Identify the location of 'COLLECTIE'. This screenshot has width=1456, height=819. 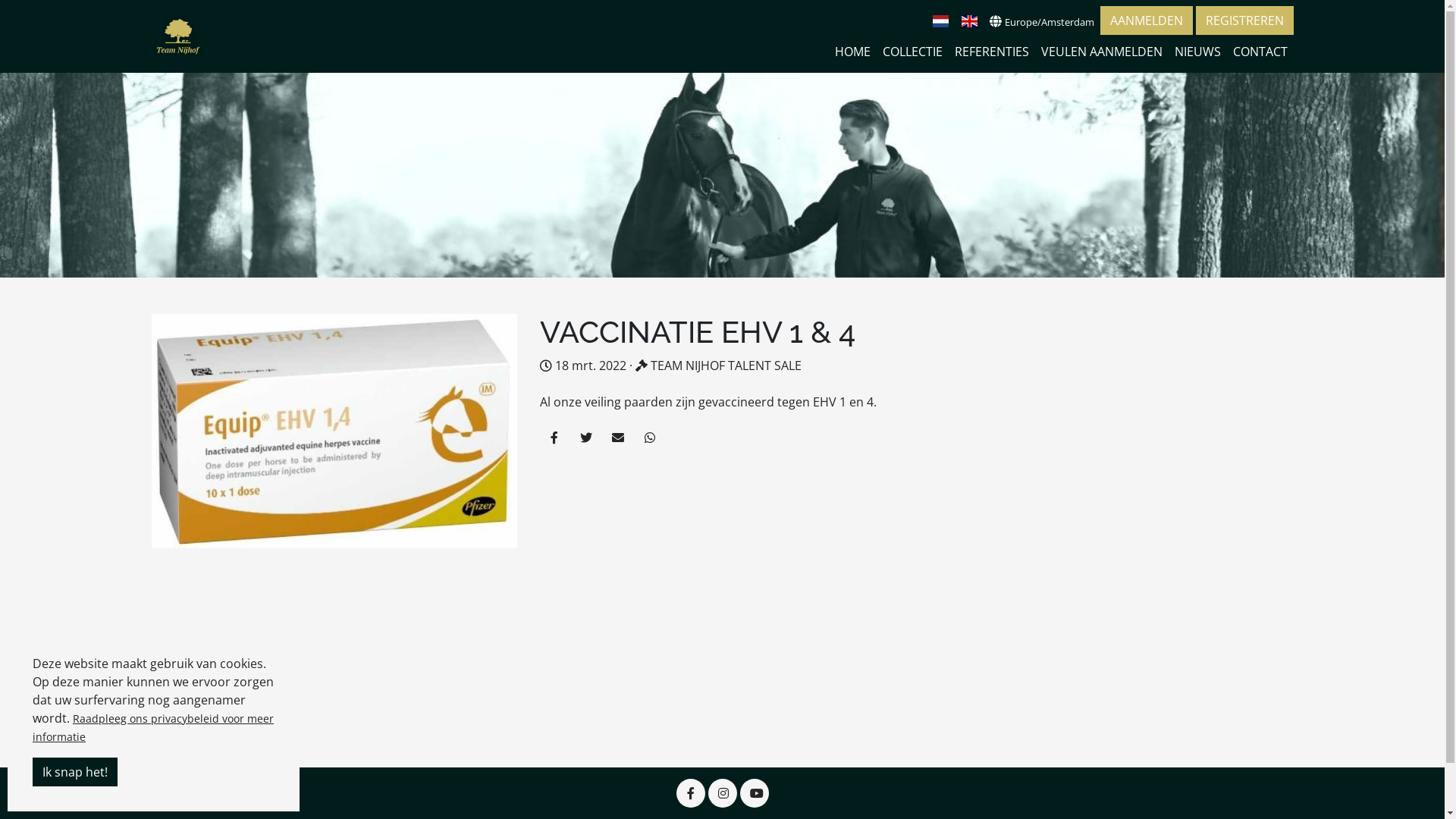
(912, 51).